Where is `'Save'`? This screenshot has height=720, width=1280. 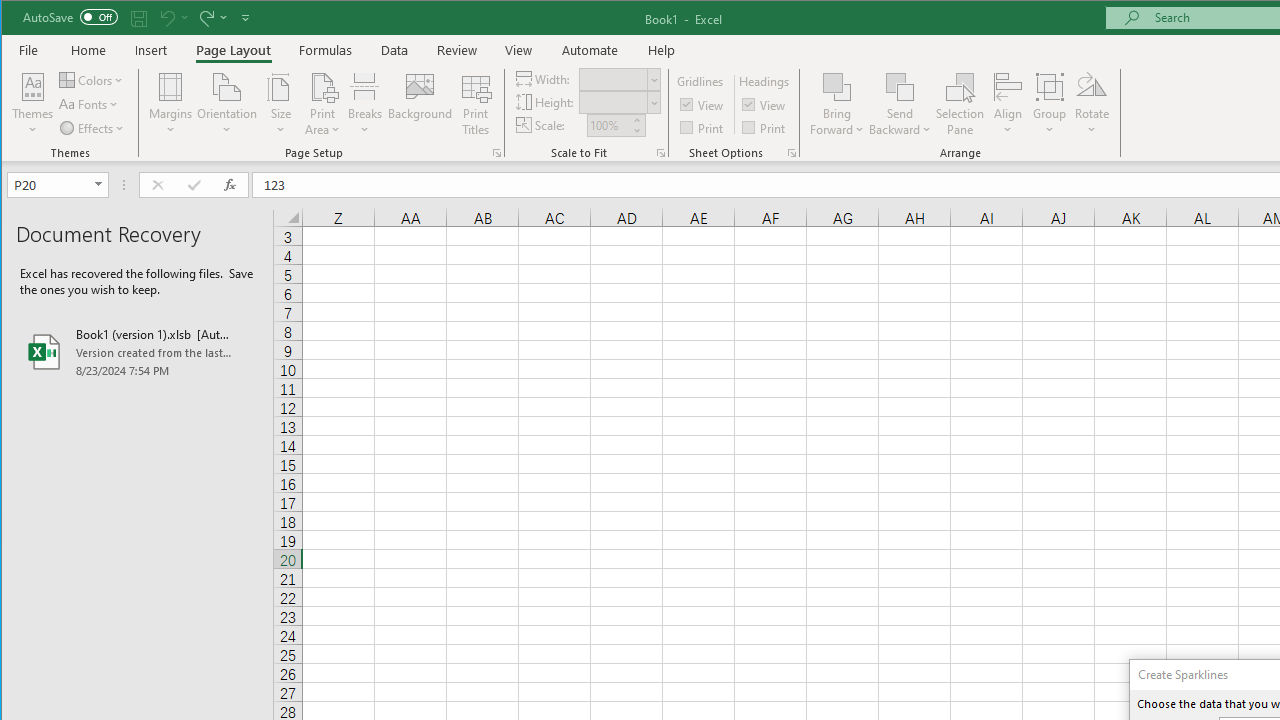 'Save' is located at coordinates (138, 17).